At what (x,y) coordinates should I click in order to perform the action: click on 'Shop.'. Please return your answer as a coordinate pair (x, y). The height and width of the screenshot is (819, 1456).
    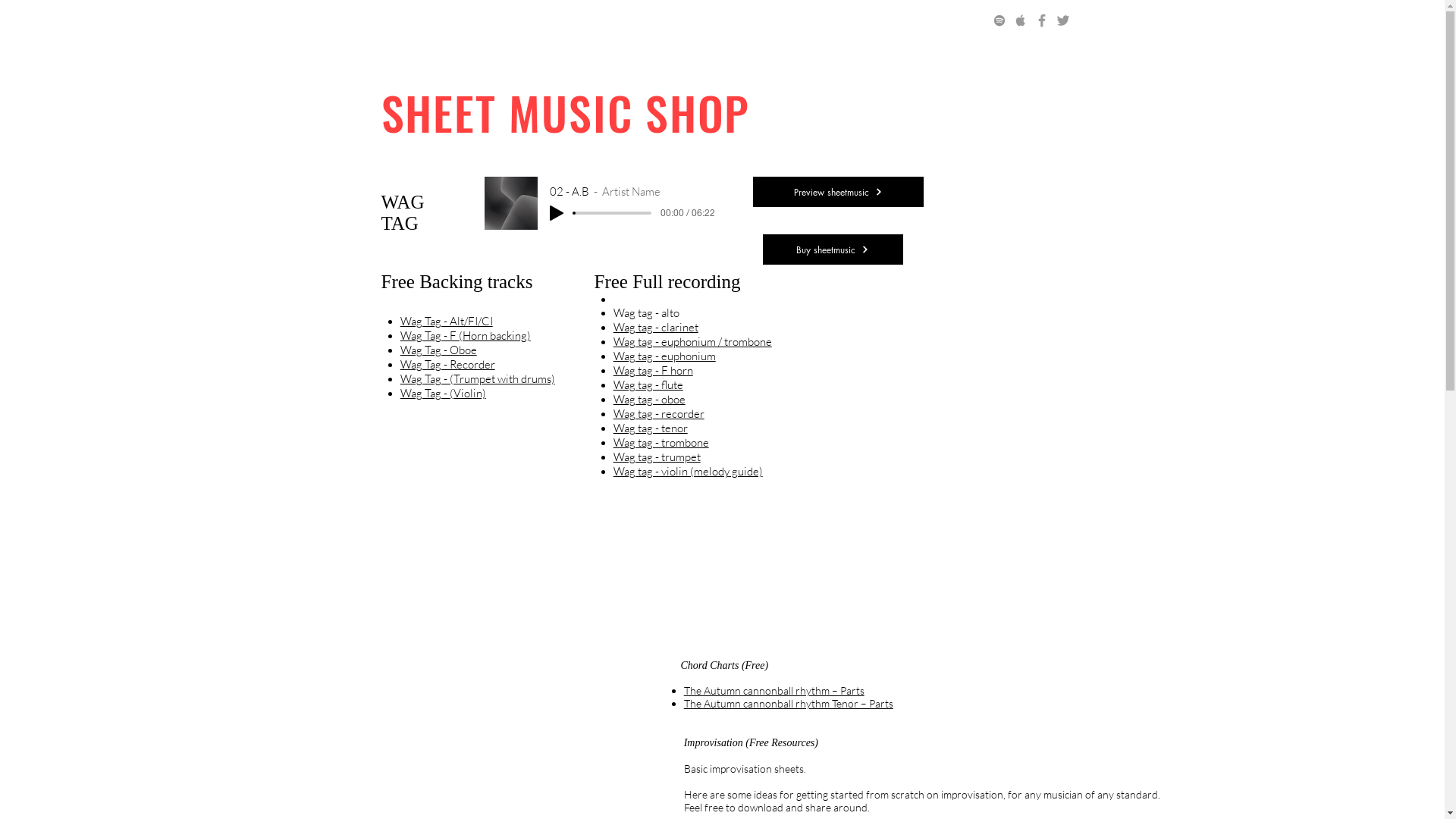
    Looking at the image, I should click on (607, 22).